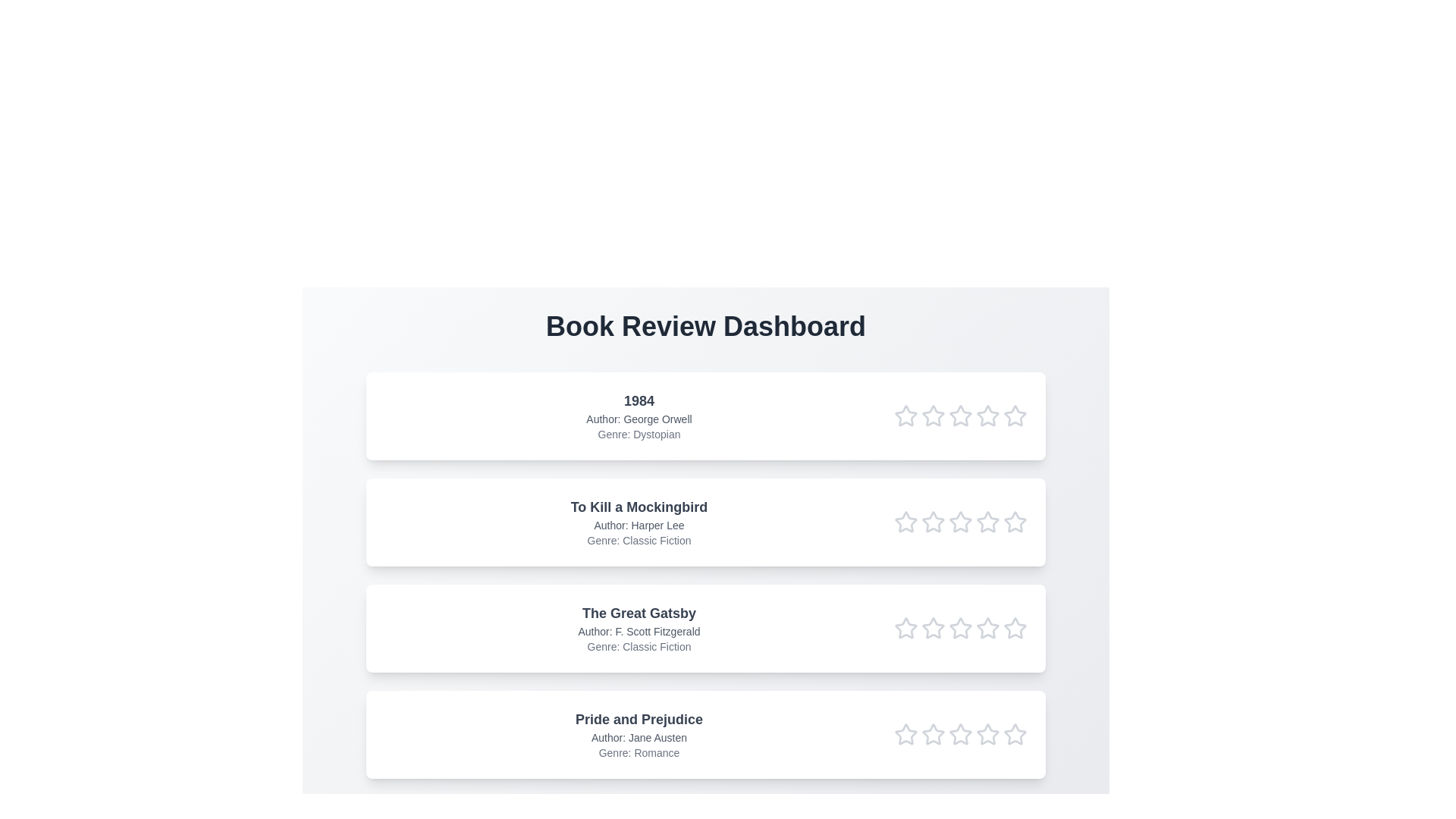  What do you see at coordinates (987, 629) in the screenshot?
I see `the rating of the book 'The Great Gatsby' to 4 stars by clicking on the respective star` at bounding box center [987, 629].